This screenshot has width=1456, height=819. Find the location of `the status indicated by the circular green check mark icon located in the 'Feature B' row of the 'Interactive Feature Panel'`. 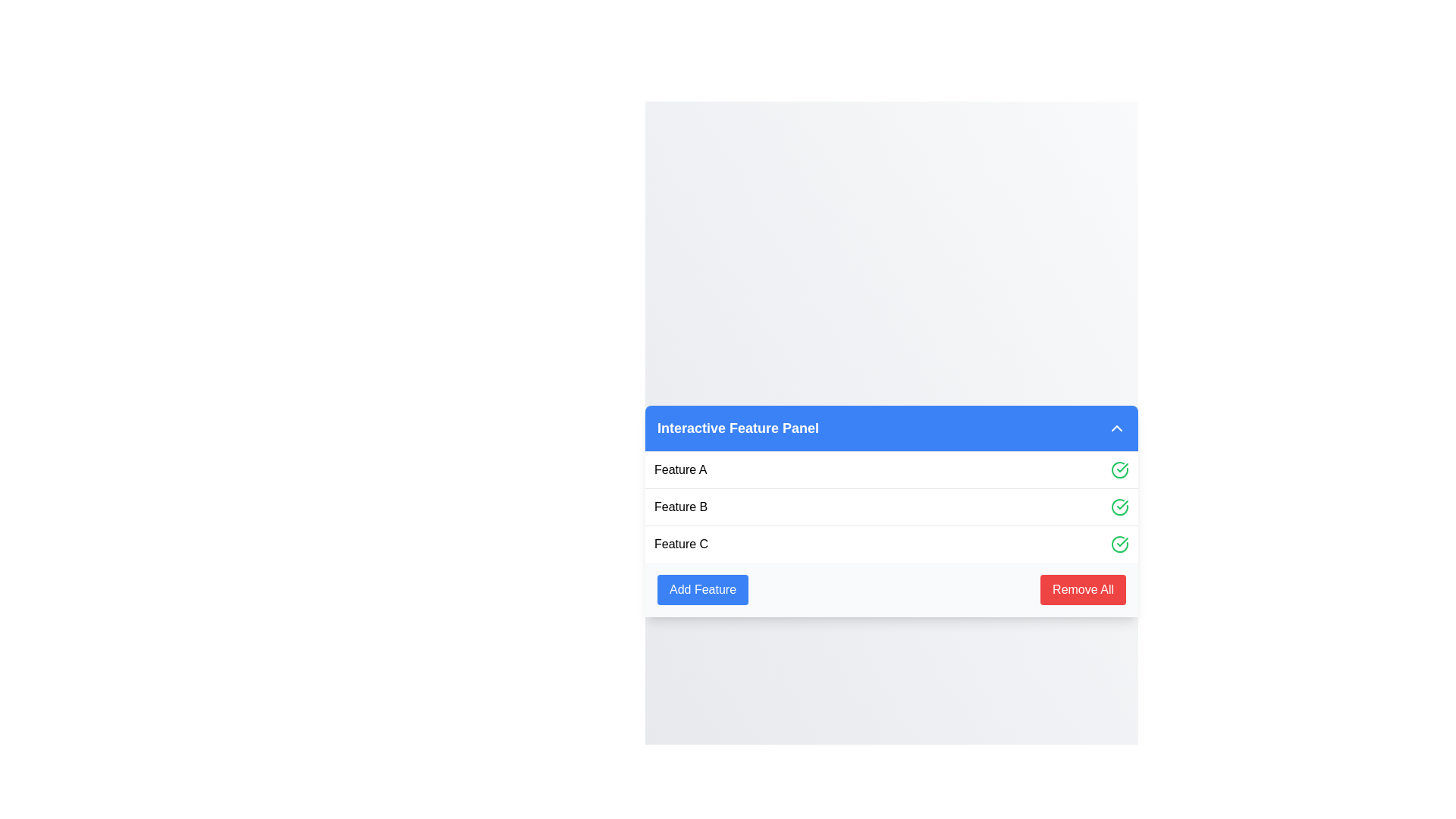

the status indicated by the circular green check mark icon located in the 'Feature B' row of the 'Interactive Feature Panel' is located at coordinates (1122, 541).